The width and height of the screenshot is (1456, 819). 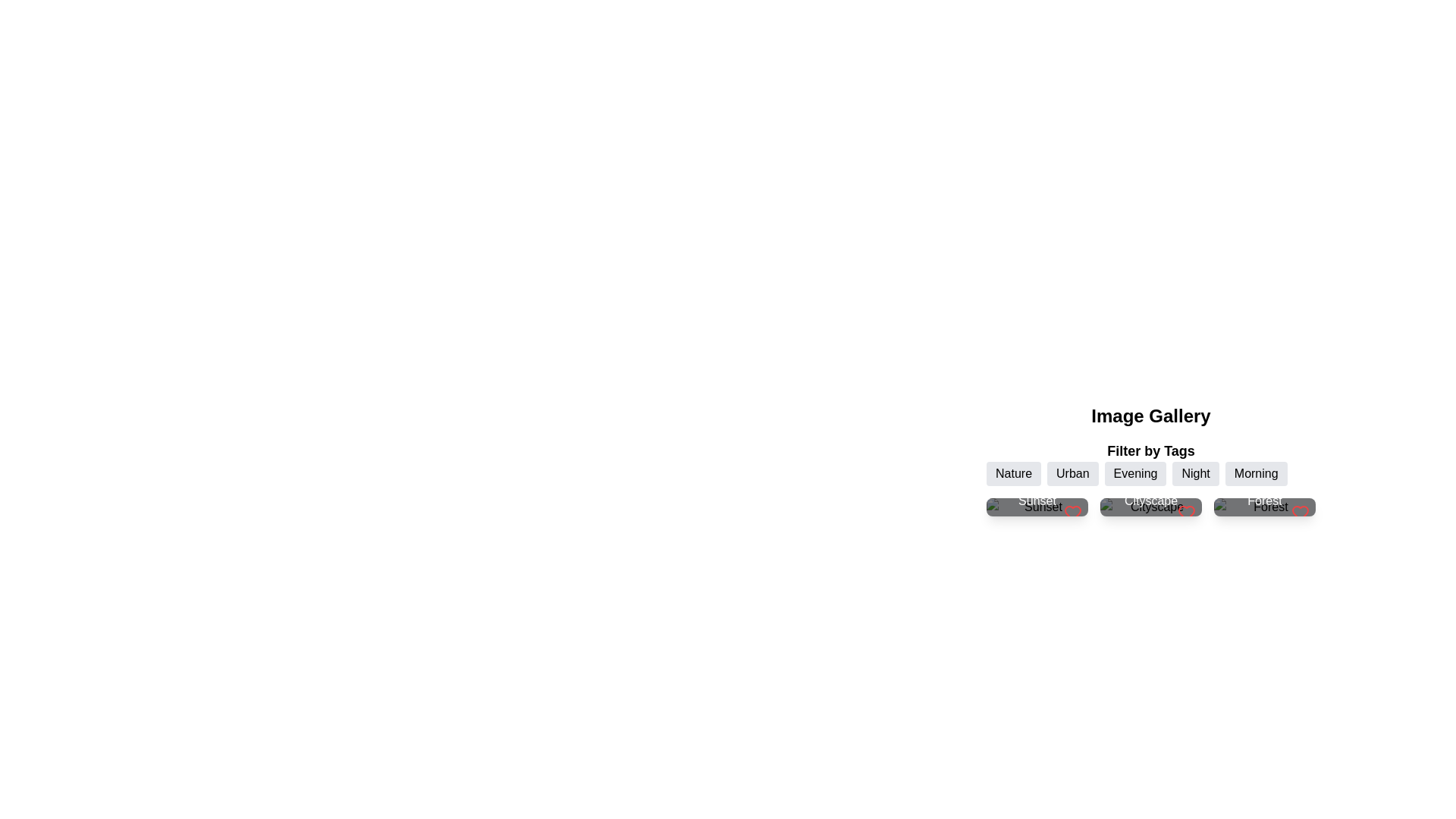 I want to click on the heart icon located in the top-right corner of the card labeled 'Sunset', so click(x=1072, y=513).